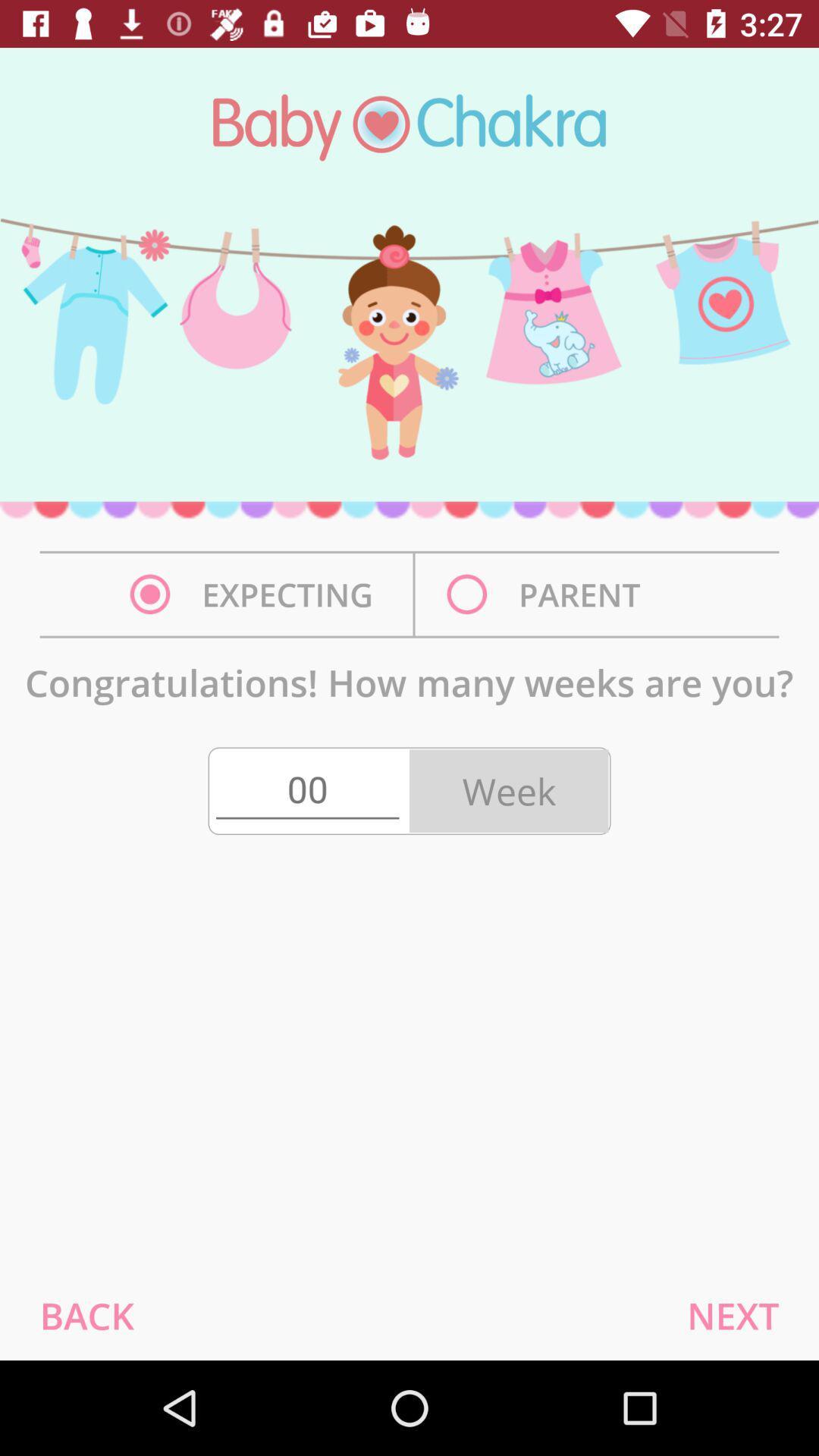  I want to click on the icon next to the back icon, so click(732, 1315).